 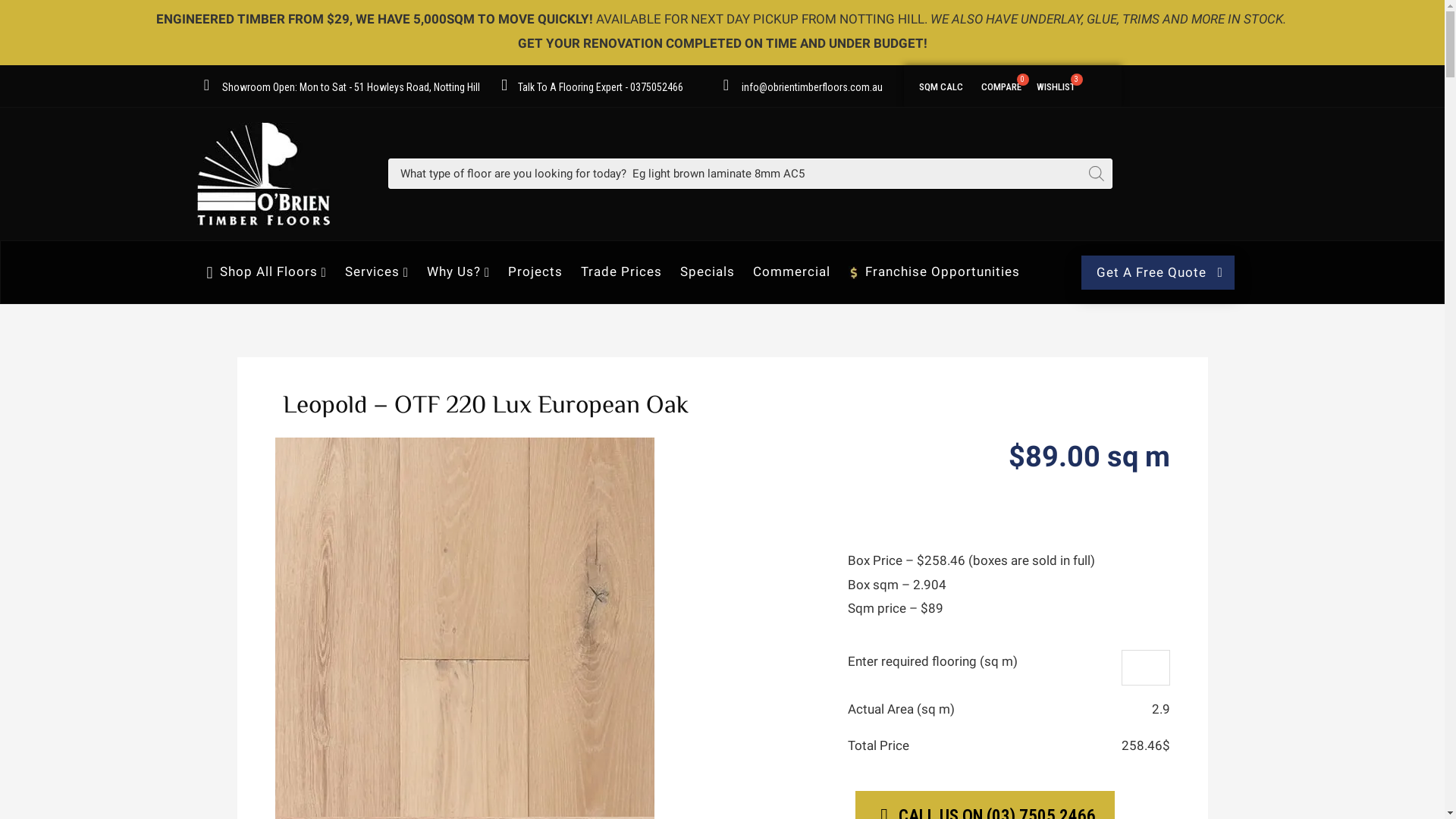 I want to click on 'Shop All Floors', so click(x=266, y=271).